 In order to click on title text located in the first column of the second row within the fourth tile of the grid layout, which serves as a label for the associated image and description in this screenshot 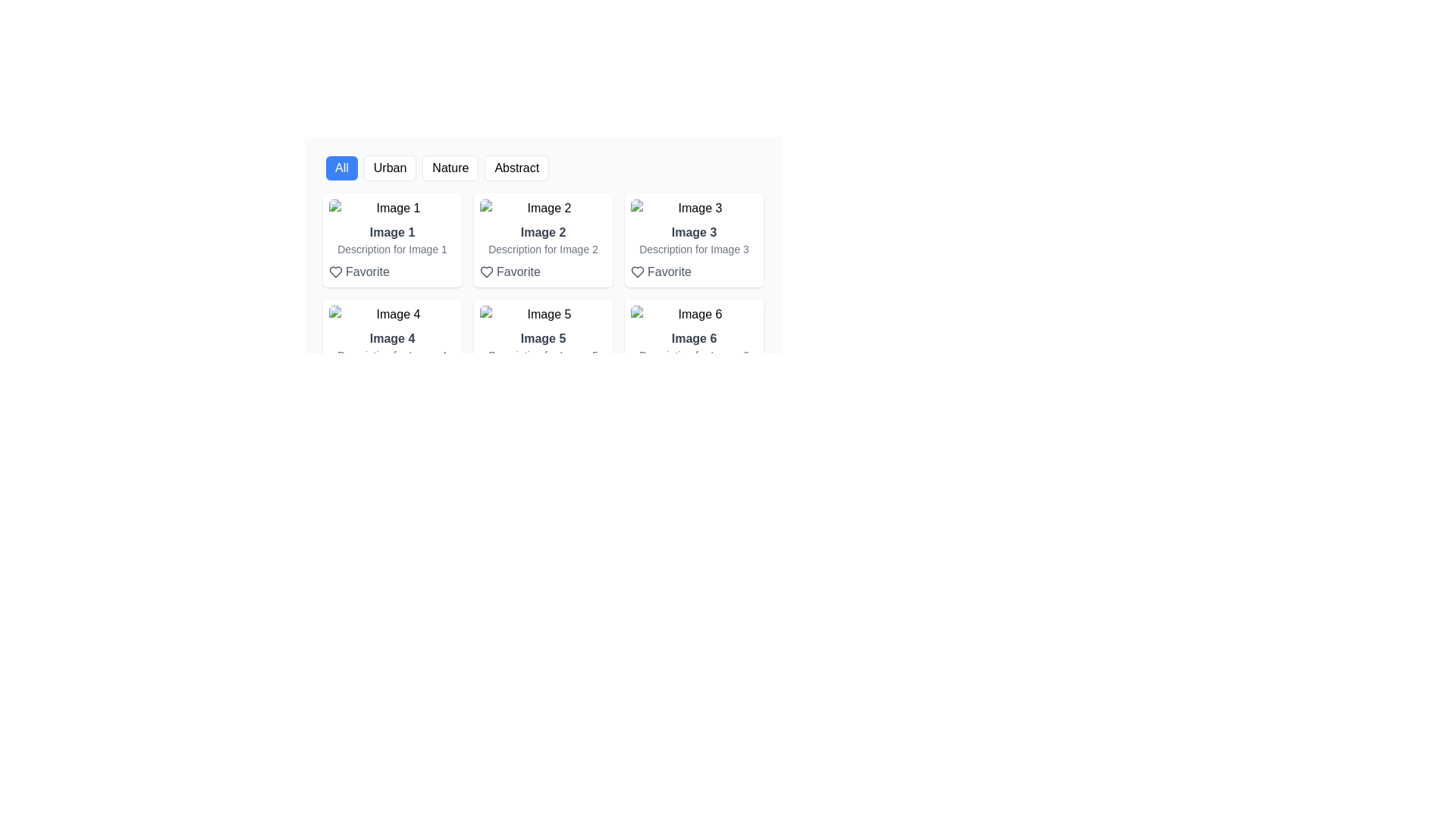, I will do `click(392, 338)`.